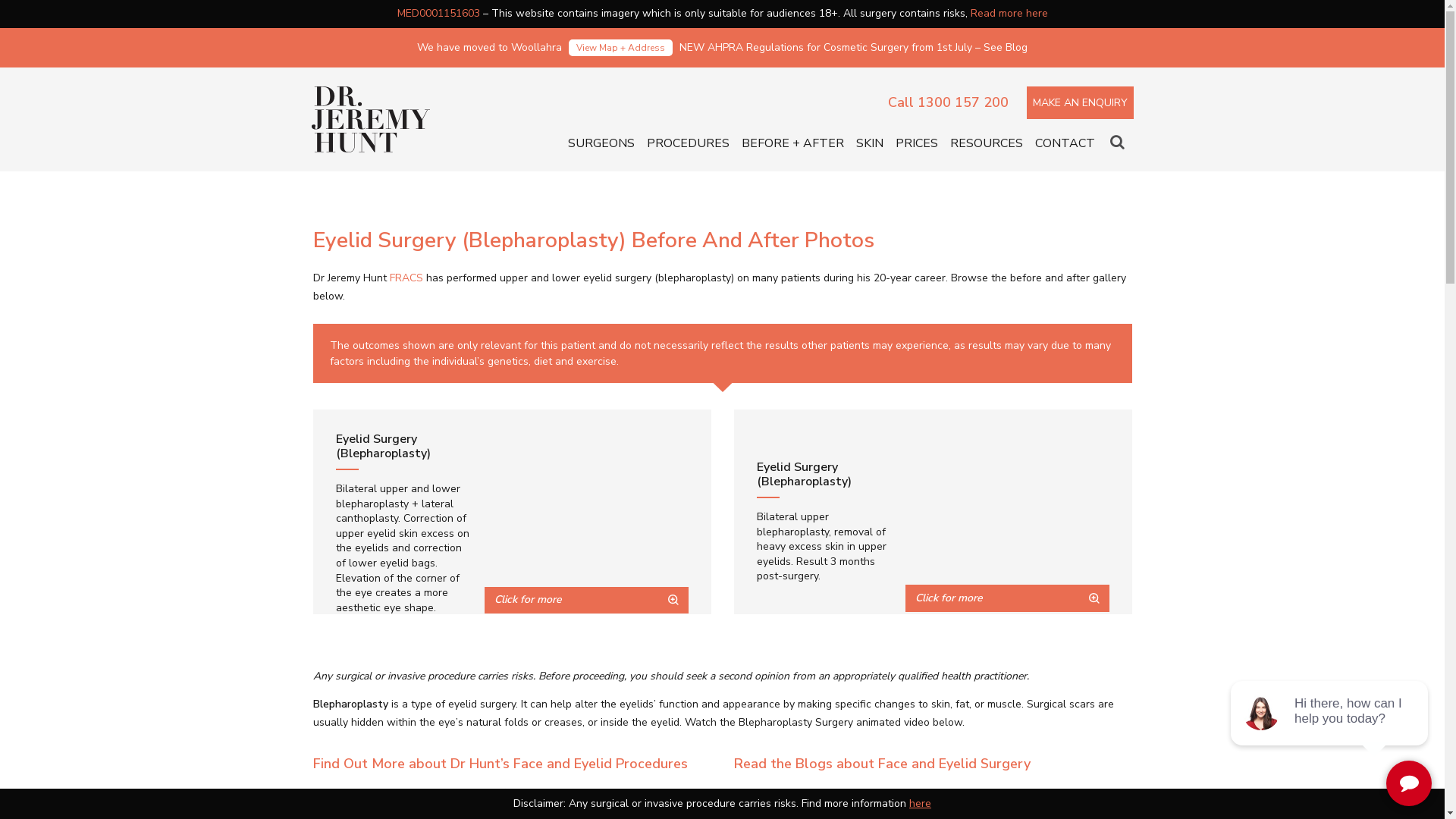 The height and width of the screenshot is (819, 1456). What do you see at coordinates (620, 46) in the screenshot?
I see `'View Map + Address'` at bounding box center [620, 46].